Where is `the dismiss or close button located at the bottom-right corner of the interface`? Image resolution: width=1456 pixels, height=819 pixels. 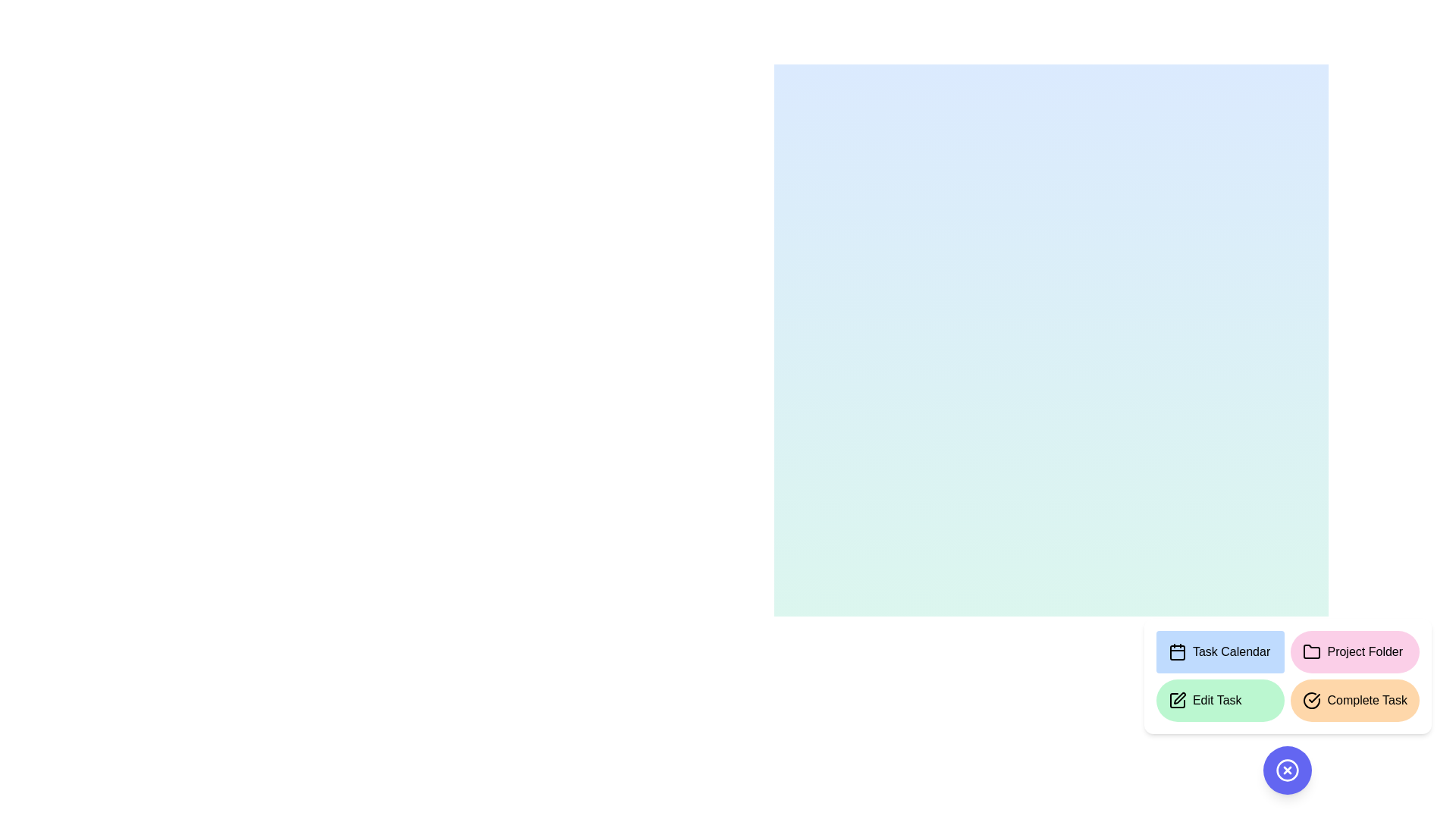
the dismiss or close button located at the bottom-right corner of the interface is located at coordinates (1287, 770).